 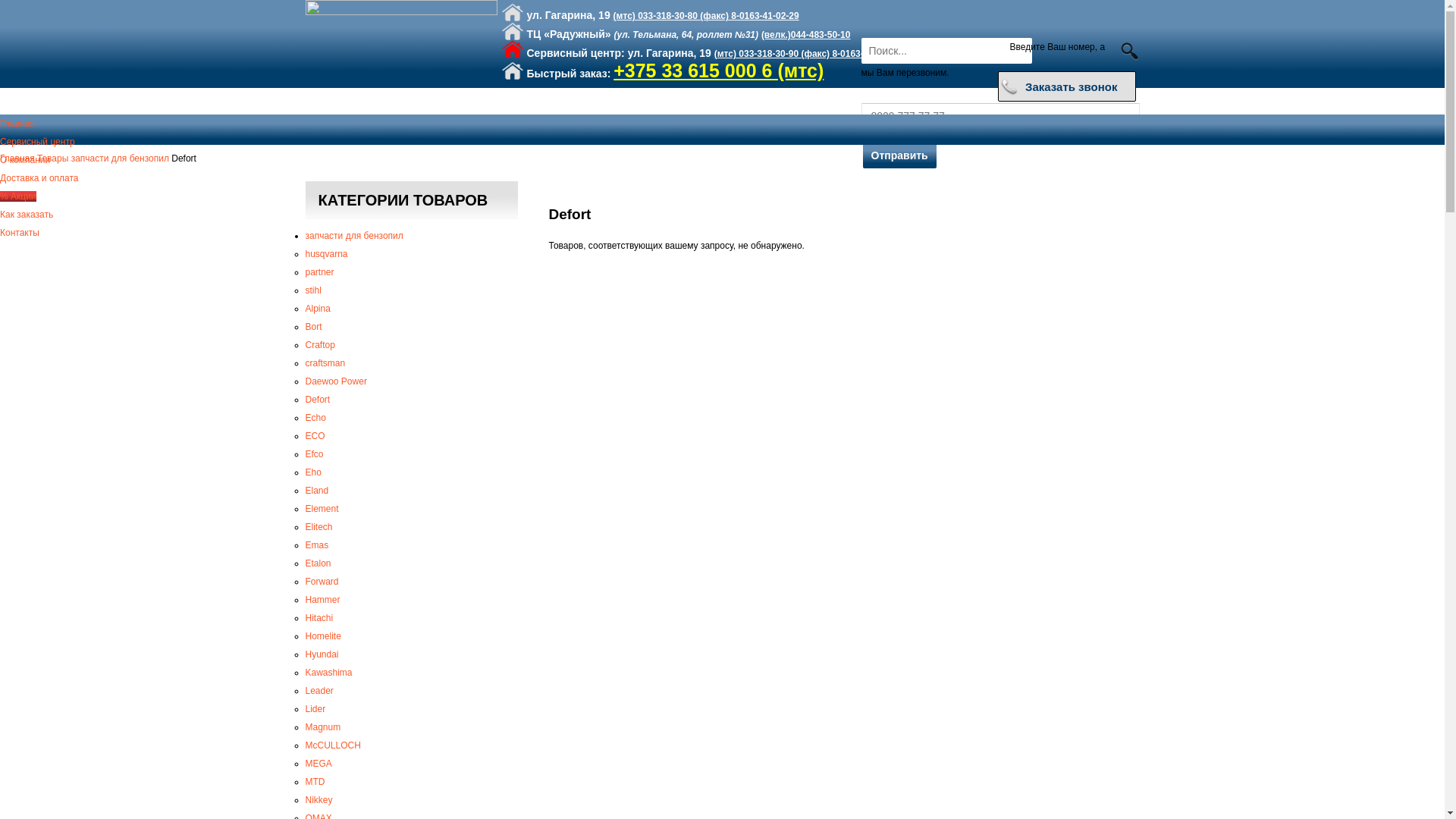 I want to click on 'Lider', so click(x=314, y=708).